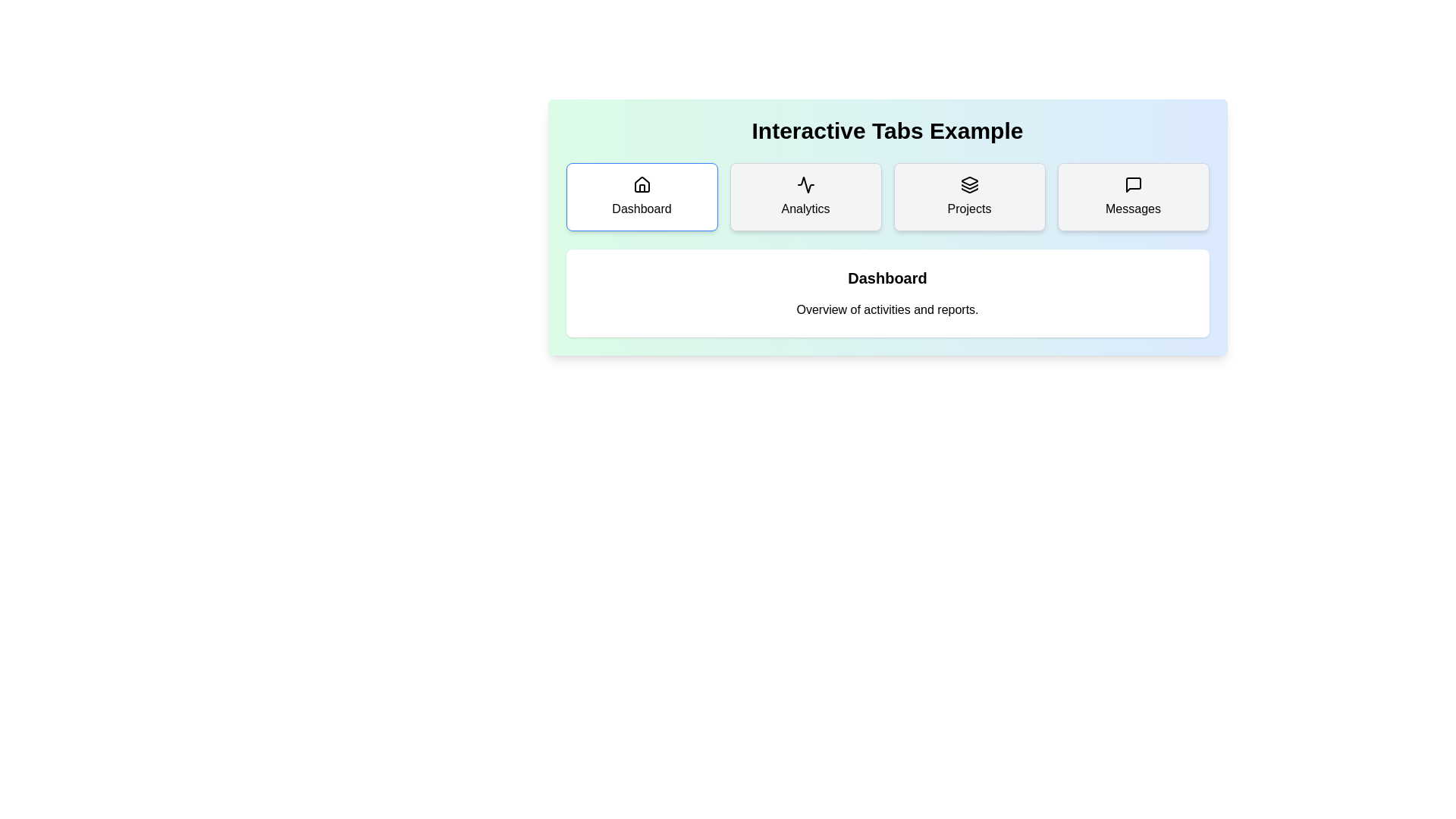 The height and width of the screenshot is (819, 1456). Describe the element at coordinates (805, 196) in the screenshot. I see `the Analytics tab by clicking on its button` at that location.